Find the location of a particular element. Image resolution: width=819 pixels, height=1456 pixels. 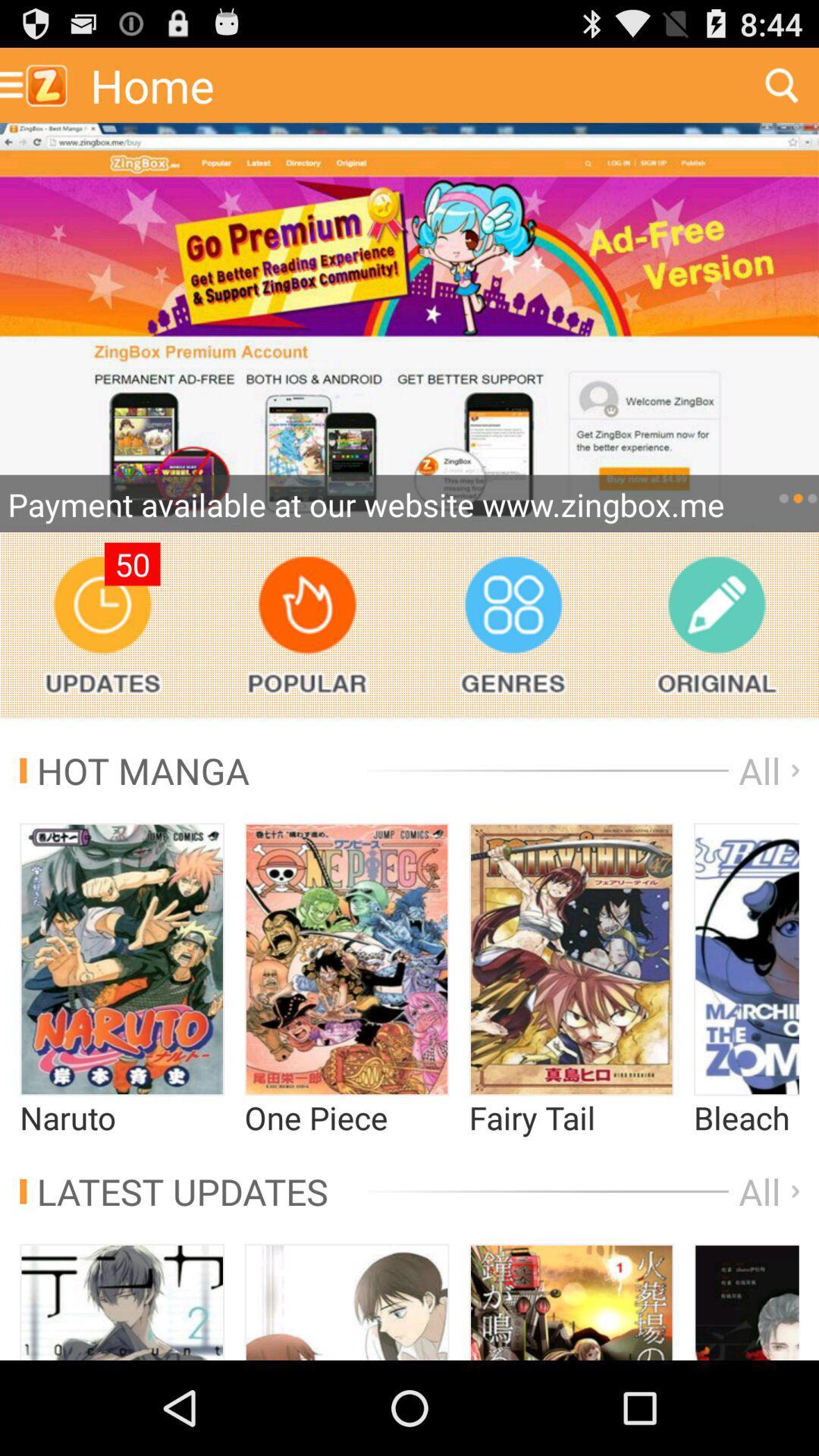

the menu icon is located at coordinates (745, 1393).